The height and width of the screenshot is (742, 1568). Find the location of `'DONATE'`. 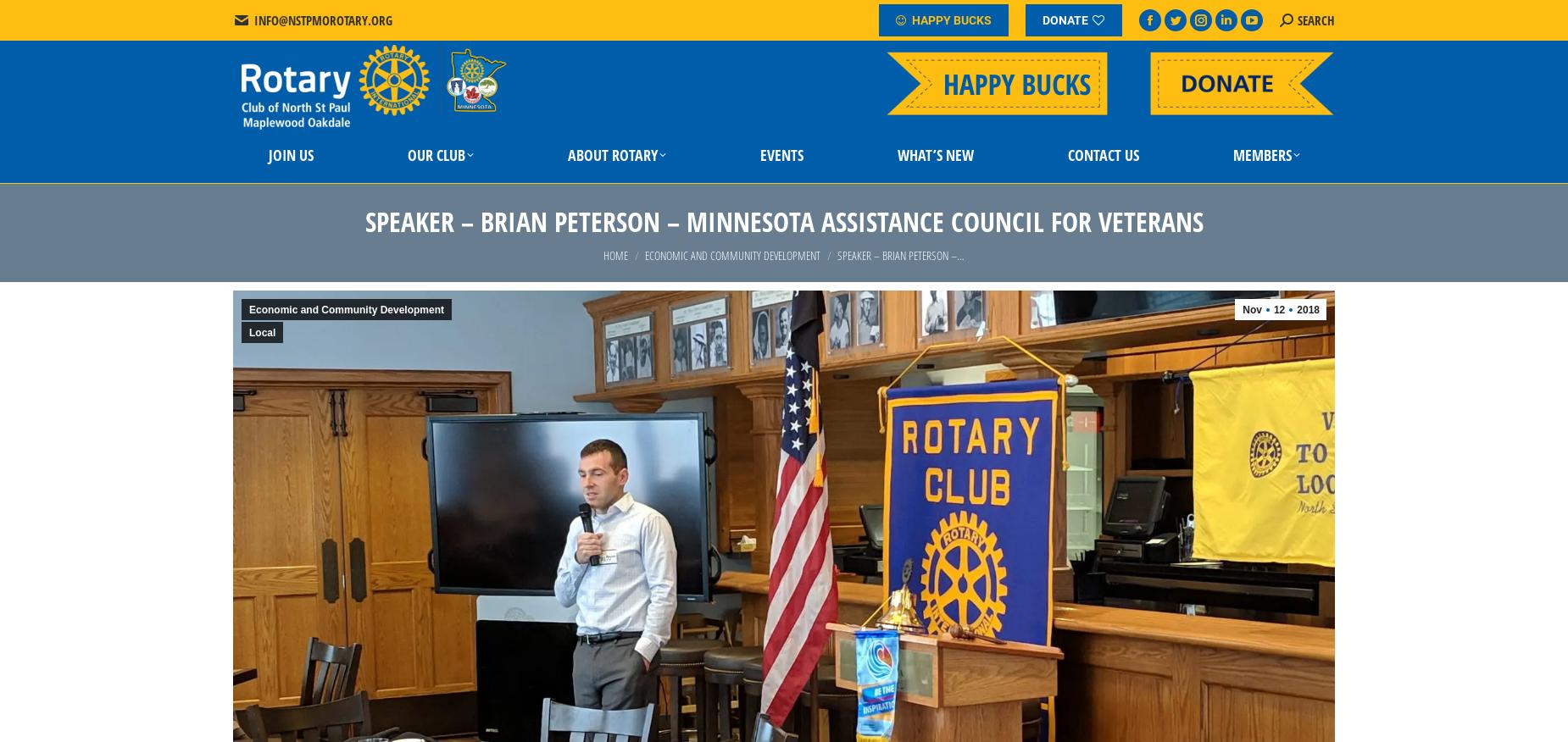

'DONATE' is located at coordinates (1063, 19).